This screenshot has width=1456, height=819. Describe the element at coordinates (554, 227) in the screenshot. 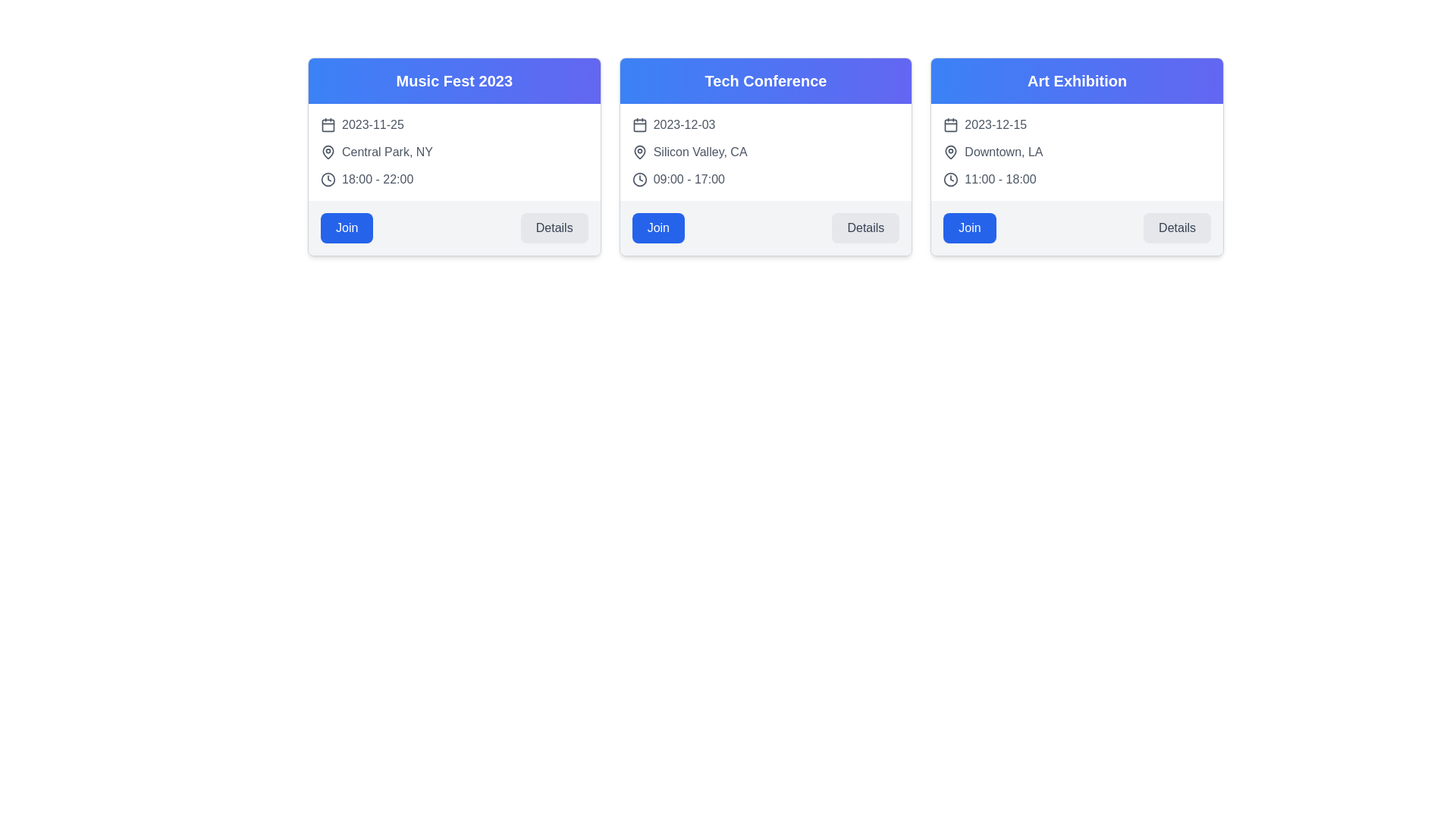

I see `the light-gray button labeled 'Details'` at that location.